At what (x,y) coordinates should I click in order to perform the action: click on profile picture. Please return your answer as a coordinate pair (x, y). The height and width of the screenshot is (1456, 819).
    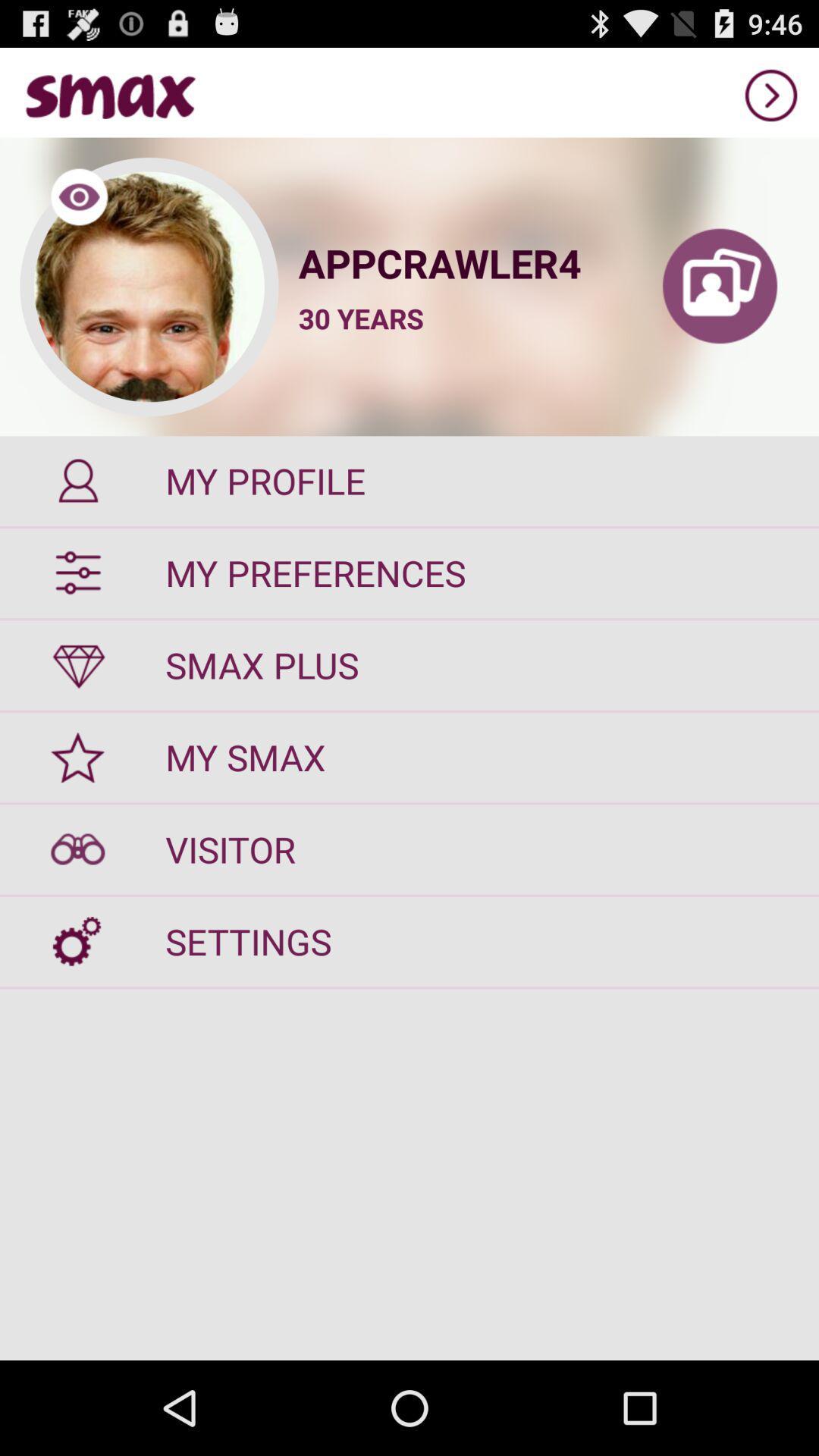
    Looking at the image, I should click on (149, 287).